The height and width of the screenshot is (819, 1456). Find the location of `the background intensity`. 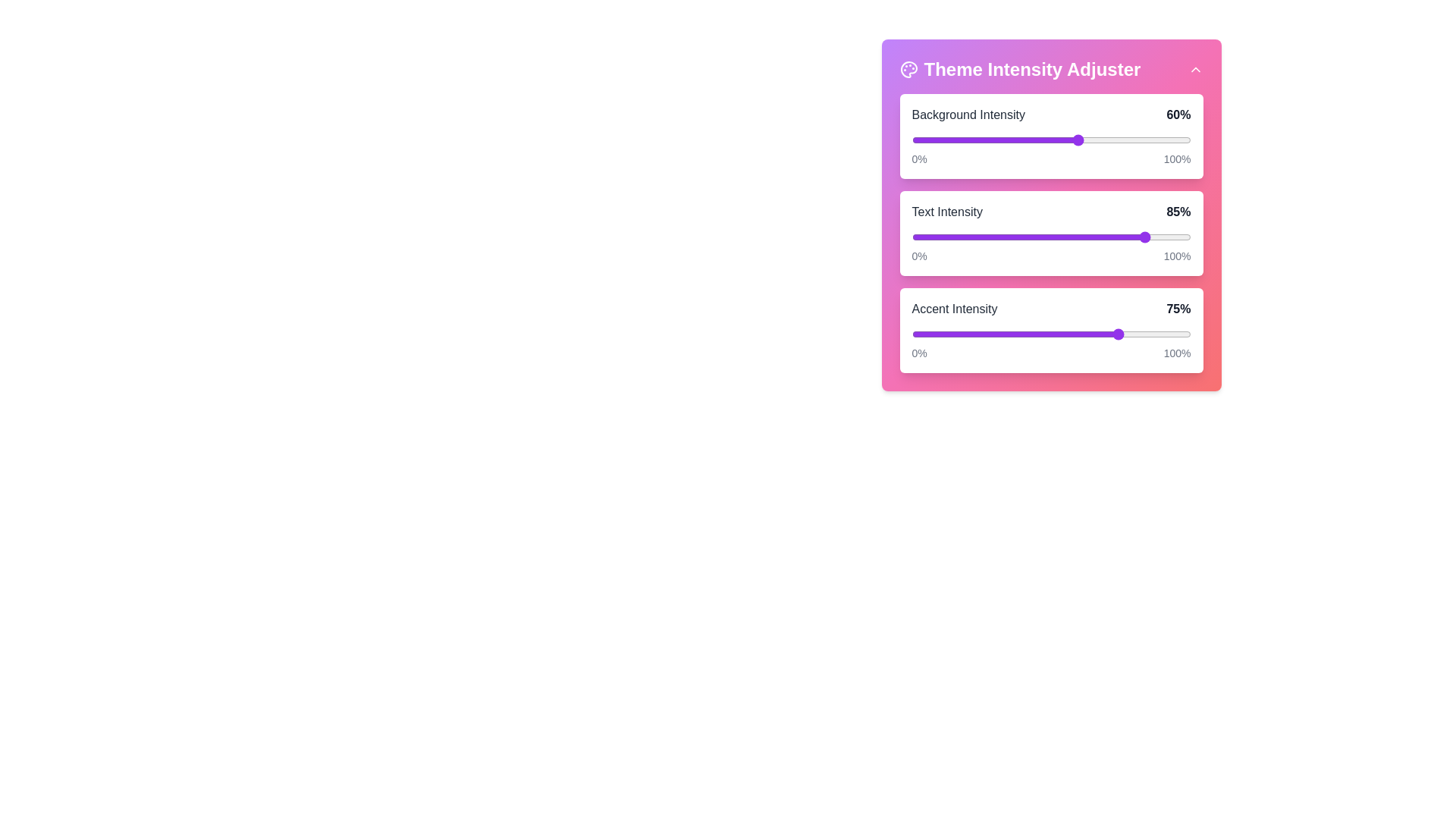

the background intensity is located at coordinates (1056, 140).